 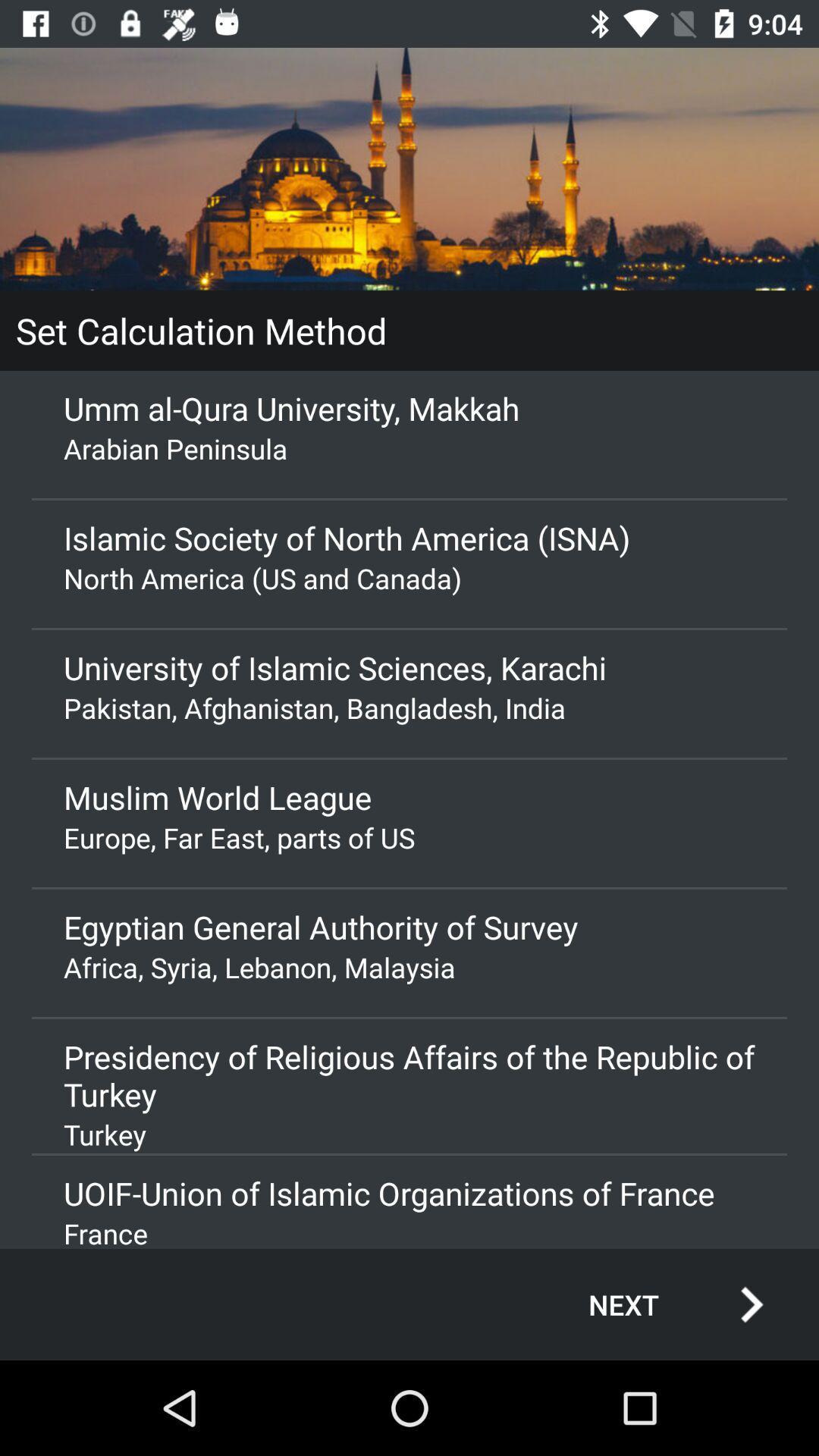 What do you see at coordinates (409, 707) in the screenshot?
I see `pakistan afghanistan bangladesh item` at bounding box center [409, 707].